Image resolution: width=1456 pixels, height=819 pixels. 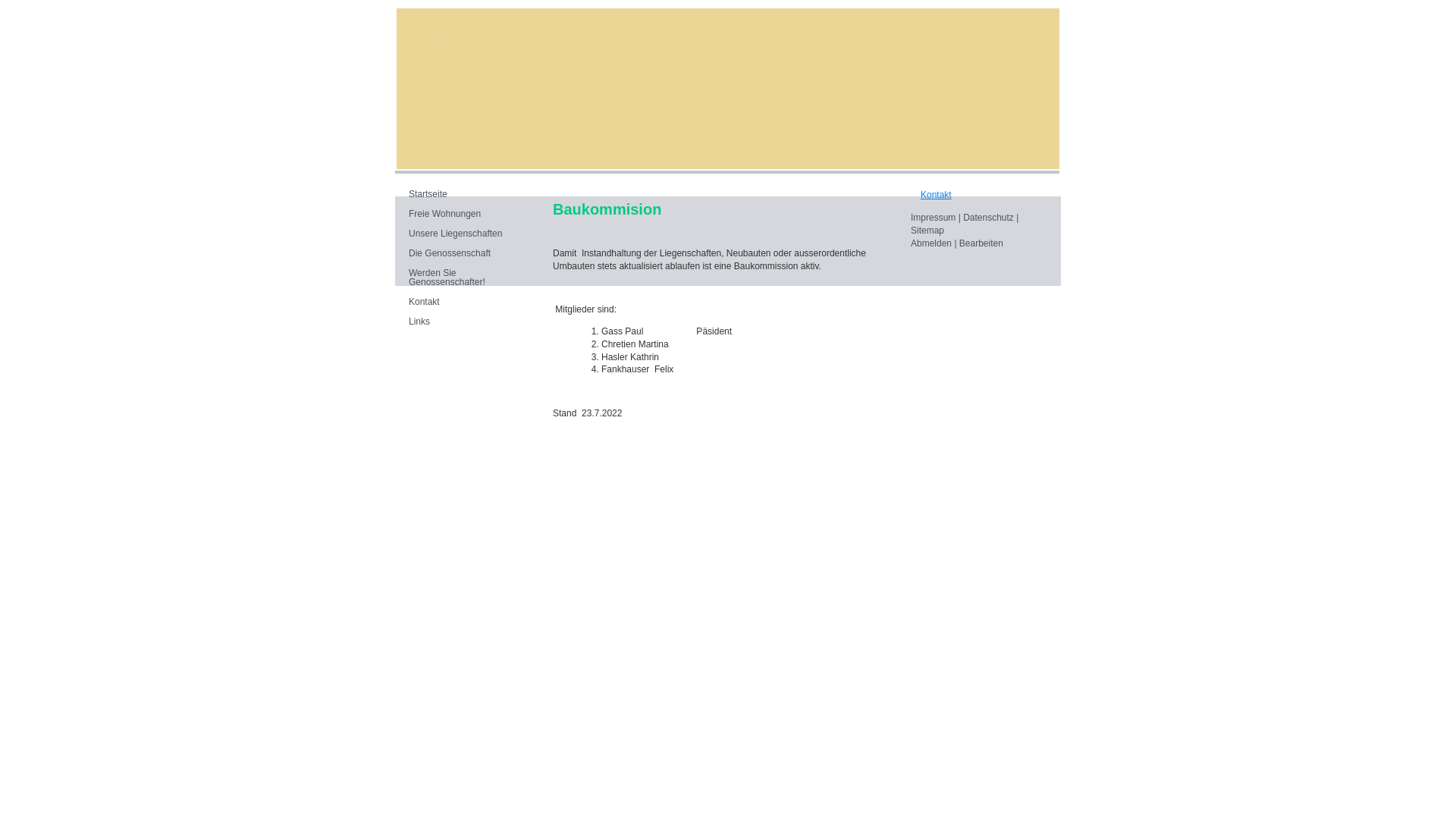 I want to click on 'Kontakt', so click(x=935, y=194).